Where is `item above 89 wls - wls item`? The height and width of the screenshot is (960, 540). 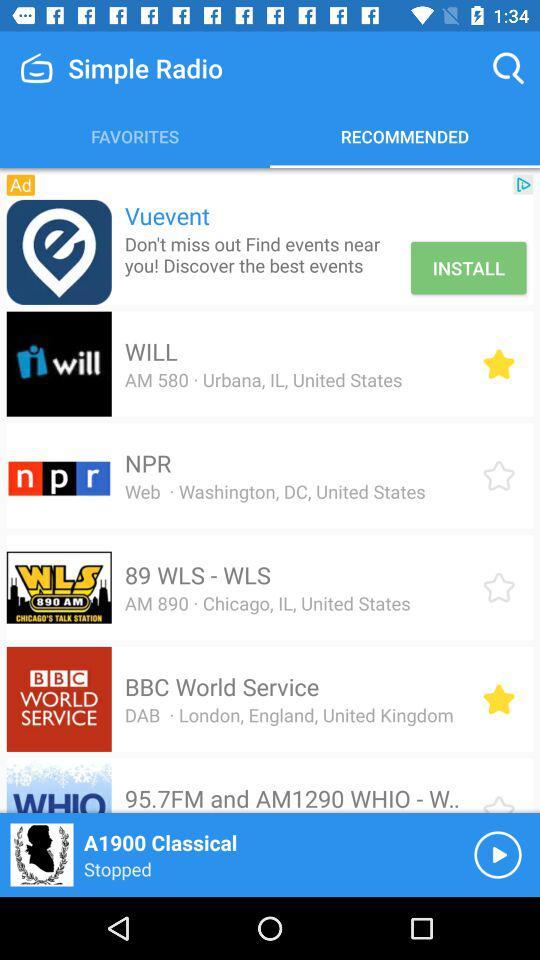 item above 89 wls - wls item is located at coordinates (274, 490).